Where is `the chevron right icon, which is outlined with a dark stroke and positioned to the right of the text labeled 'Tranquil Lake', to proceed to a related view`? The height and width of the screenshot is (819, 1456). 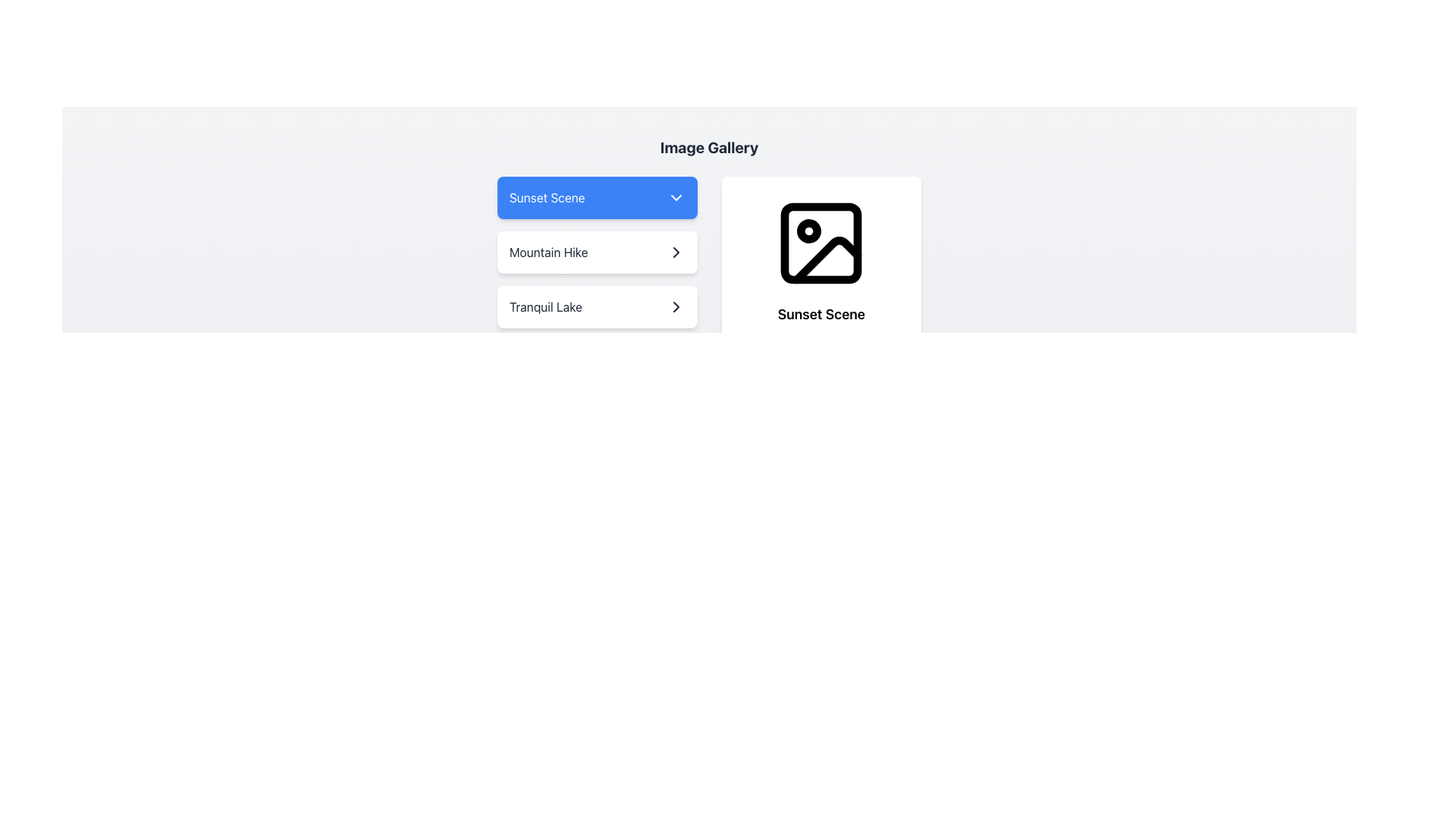 the chevron right icon, which is outlined with a dark stroke and positioned to the right of the text labeled 'Tranquil Lake', to proceed to a related view is located at coordinates (675, 251).